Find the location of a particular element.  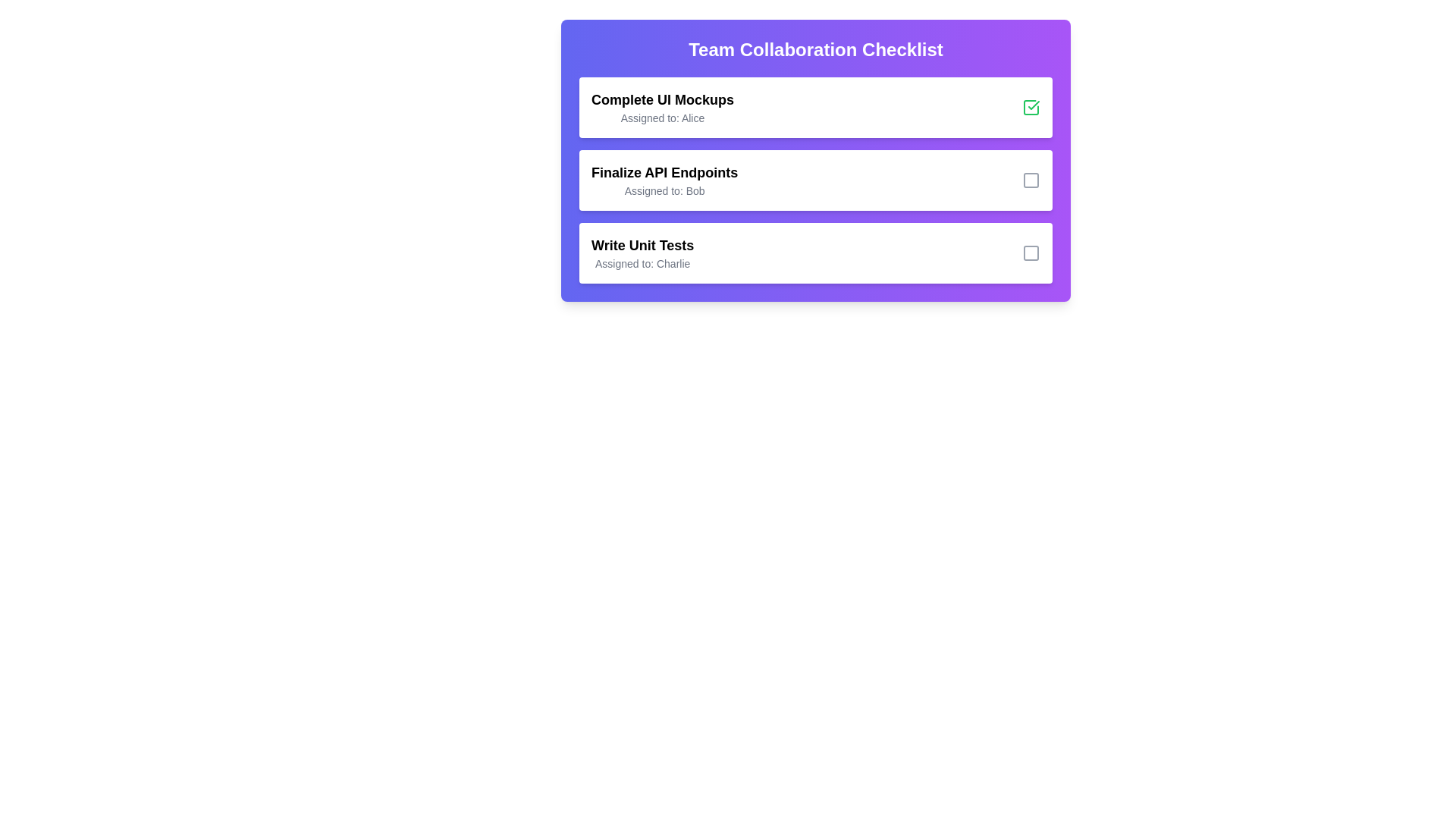

the informational Text Label indicating the assignment status for the task beneath the title 'Write Unit Tests' is located at coordinates (642, 262).